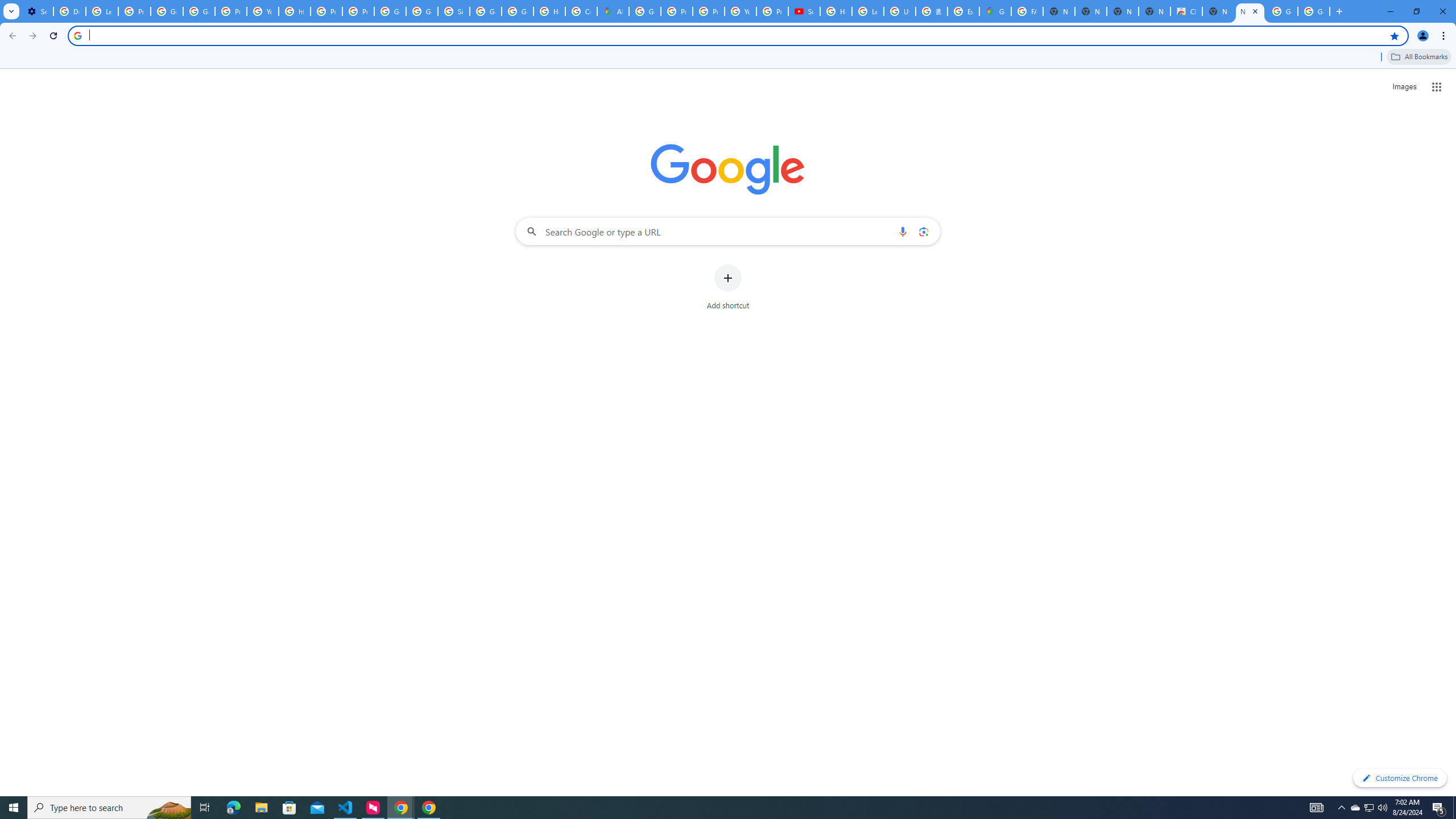  Describe the element at coordinates (1185, 11) in the screenshot. I see `'Chrome Web Store'` at that location.